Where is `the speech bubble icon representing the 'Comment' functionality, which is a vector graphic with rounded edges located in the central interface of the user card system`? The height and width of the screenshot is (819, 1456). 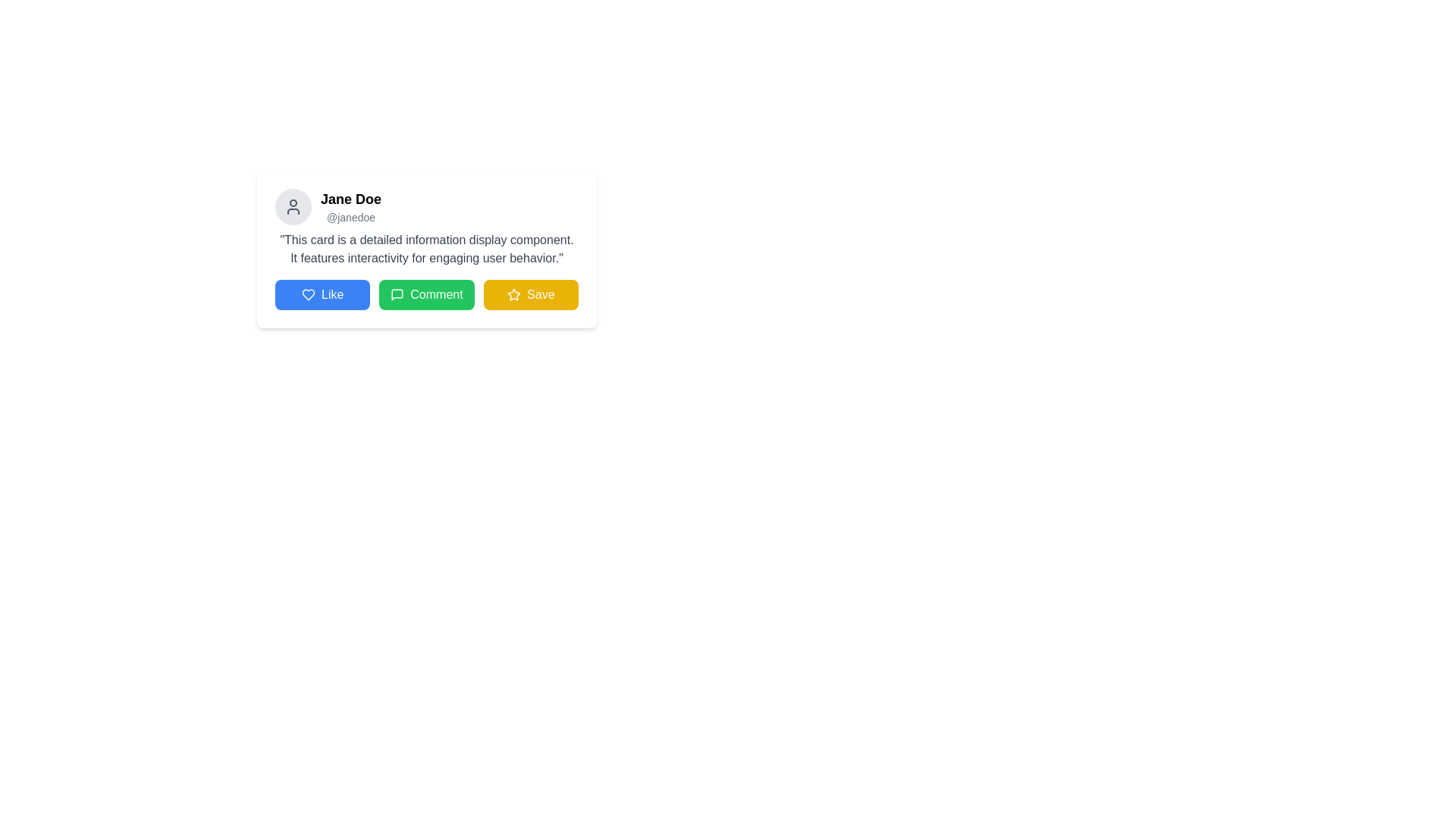 the speech bubble icon representing the 'Comment' functionality, which is a vector graphic with rounded edges located in the central interface of the user card system is located at coordinates (397, 295).